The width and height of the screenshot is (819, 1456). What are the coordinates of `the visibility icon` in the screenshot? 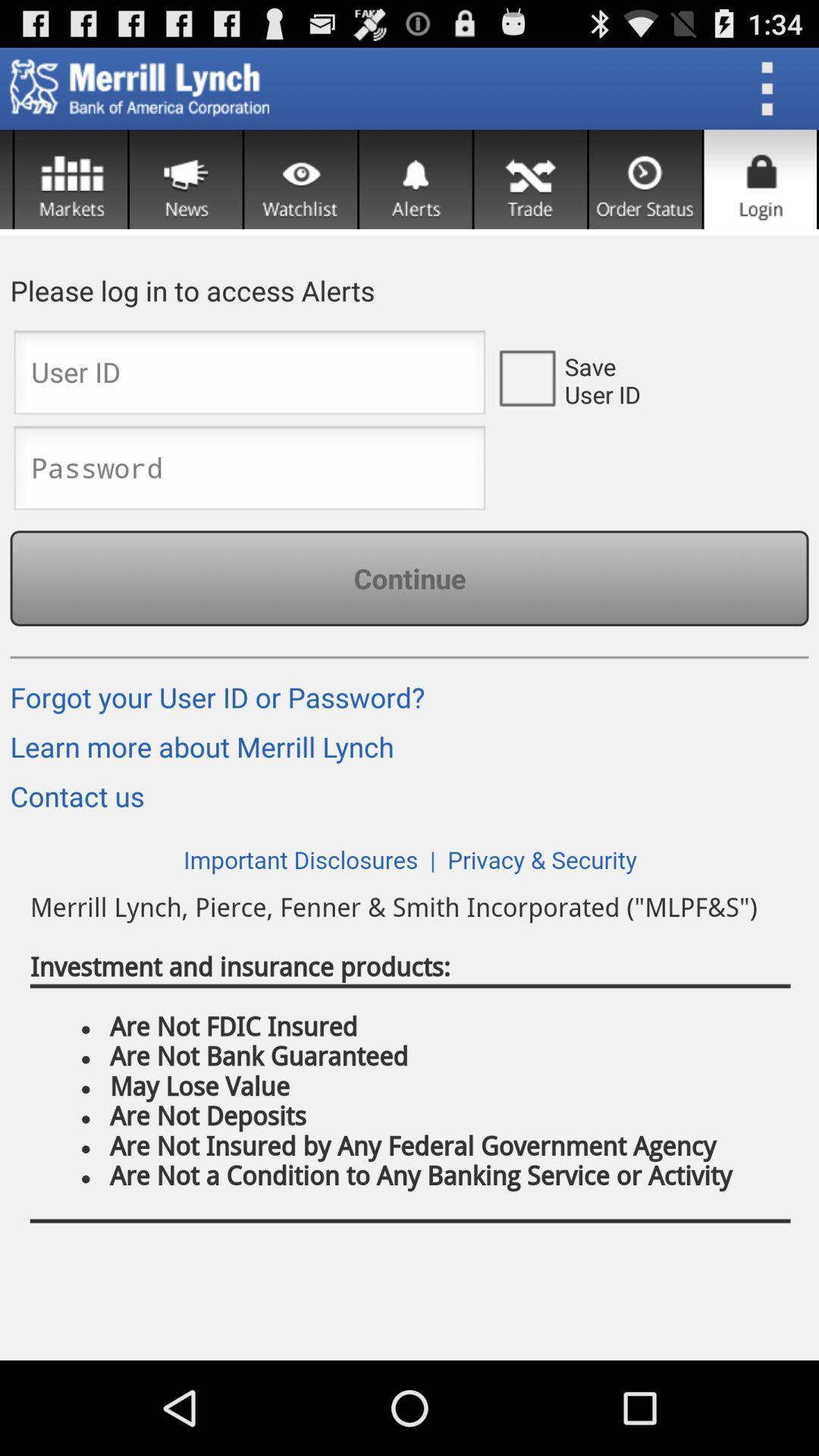 It's located at (300, 191).